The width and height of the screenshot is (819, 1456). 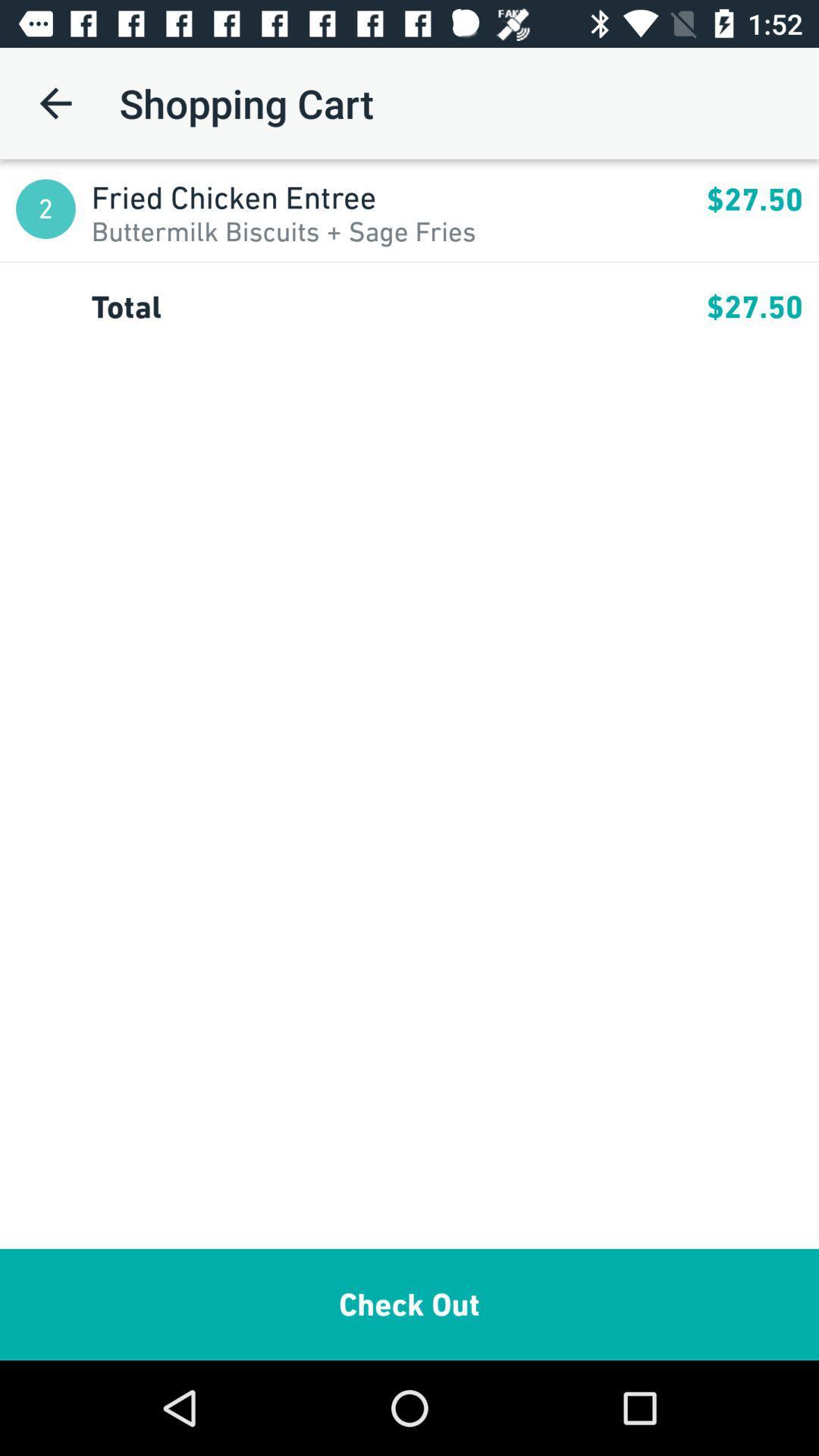 What do you see at coordinates (409, 262) in the screenshot?
I see `item below buttermilk biscuits sage app` at bounding box center [409, 262].